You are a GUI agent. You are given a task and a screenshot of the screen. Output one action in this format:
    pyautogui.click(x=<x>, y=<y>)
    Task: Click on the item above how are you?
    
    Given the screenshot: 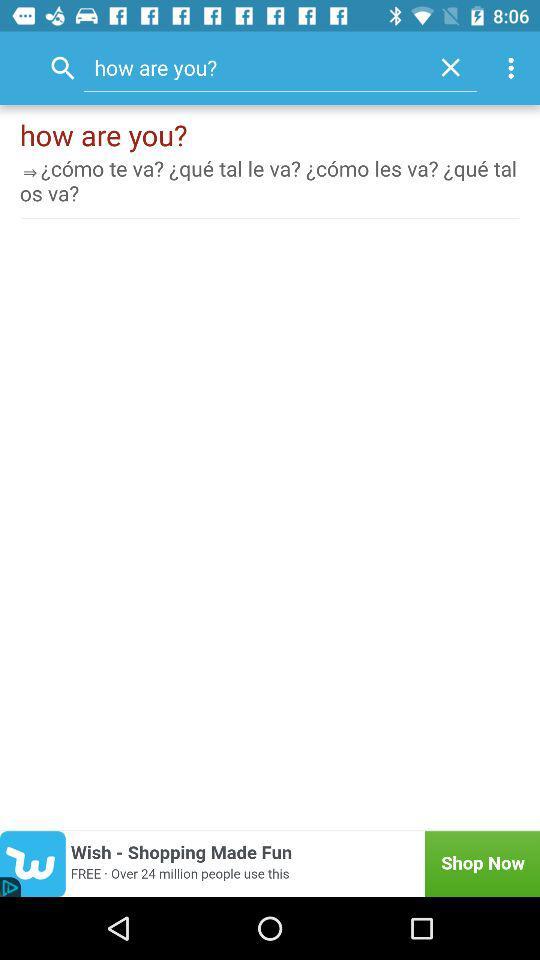 What is the action you would take?
    pyautogui.click(x=513, y=68)
    